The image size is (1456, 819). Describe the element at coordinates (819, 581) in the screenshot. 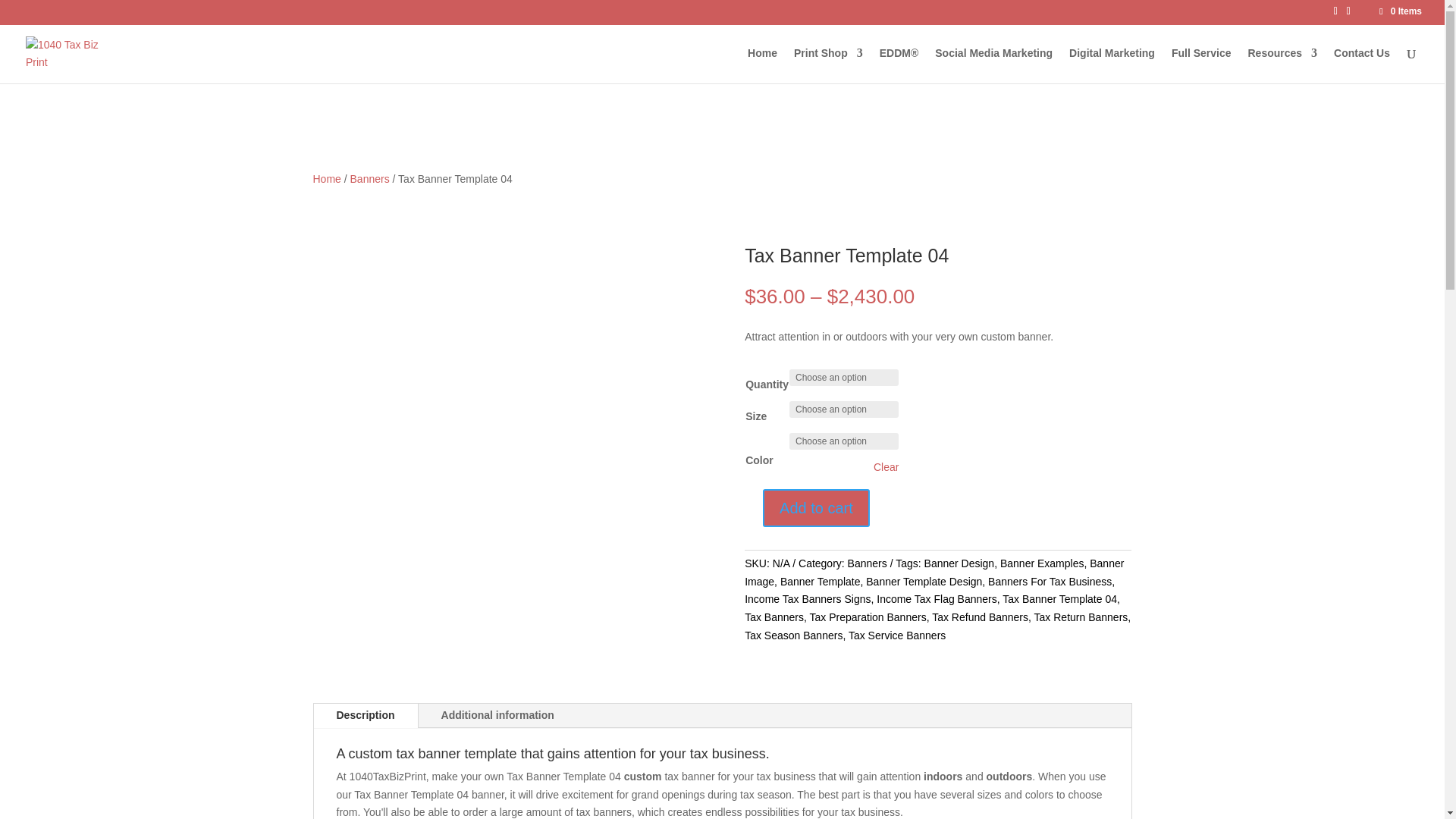

I see `'Banner Template'` at that location.